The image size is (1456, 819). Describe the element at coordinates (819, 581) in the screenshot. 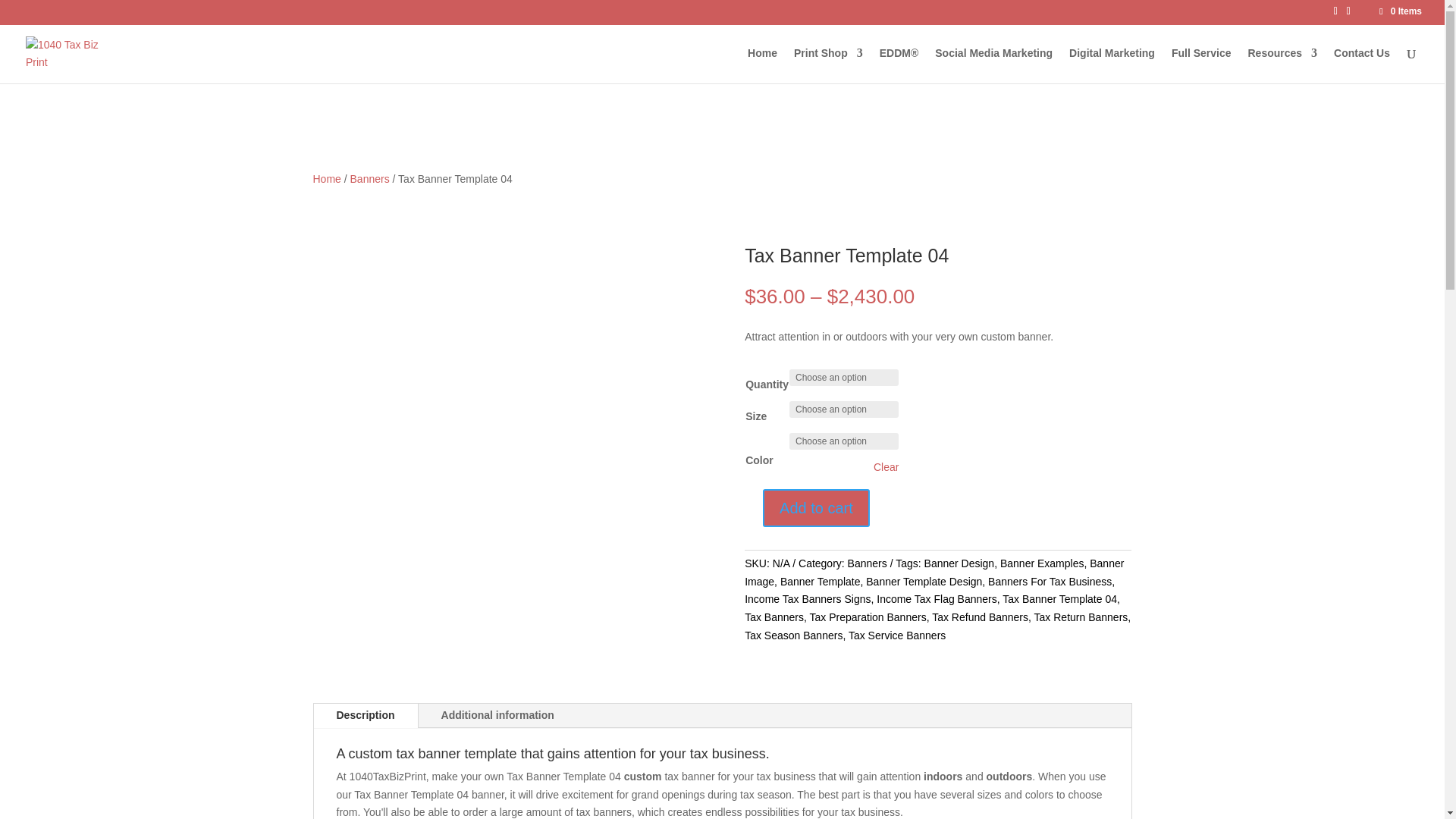

I see `'Banner Template'` at that location.